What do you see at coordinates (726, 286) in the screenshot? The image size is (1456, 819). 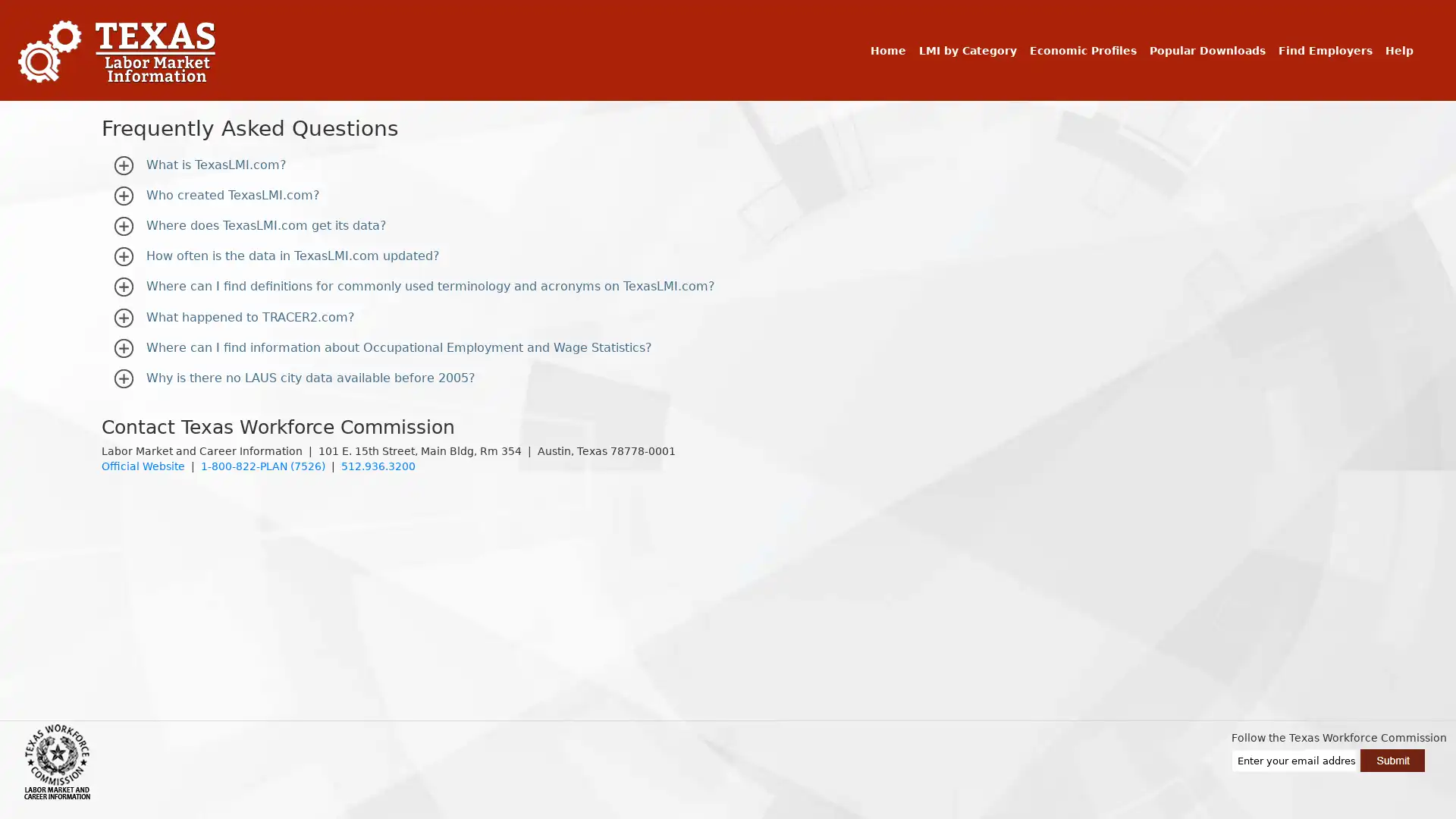 I see `Where can I find definitions for commonly used terminology and acronyms on TexasLMI.com?` at bounding box center [726, 286].